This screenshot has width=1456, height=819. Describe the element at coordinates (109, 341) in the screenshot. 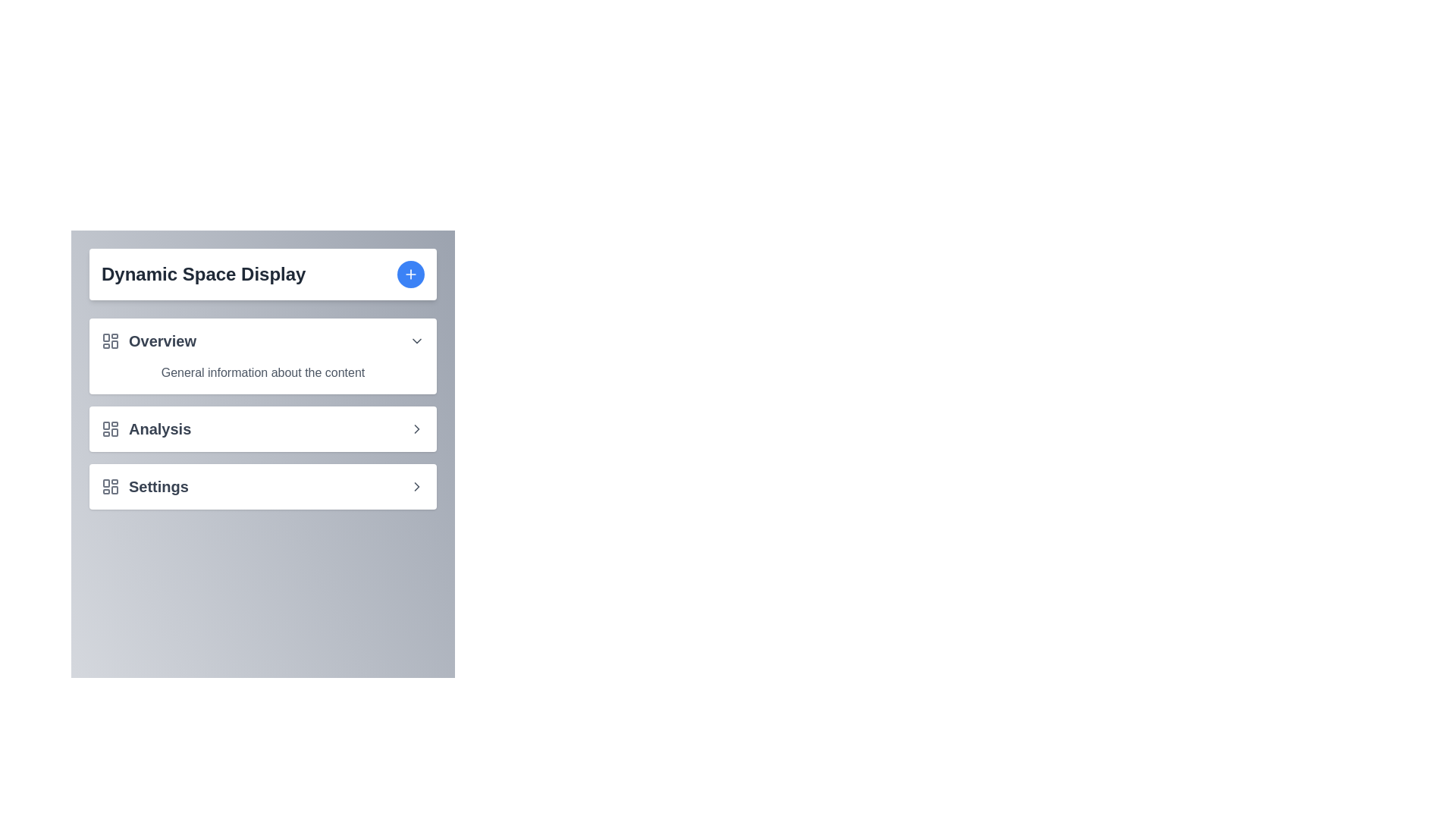

I see `the 'Overview' icon, which is positioned to the left of the text 'Overview' in the first menu item` at that location.